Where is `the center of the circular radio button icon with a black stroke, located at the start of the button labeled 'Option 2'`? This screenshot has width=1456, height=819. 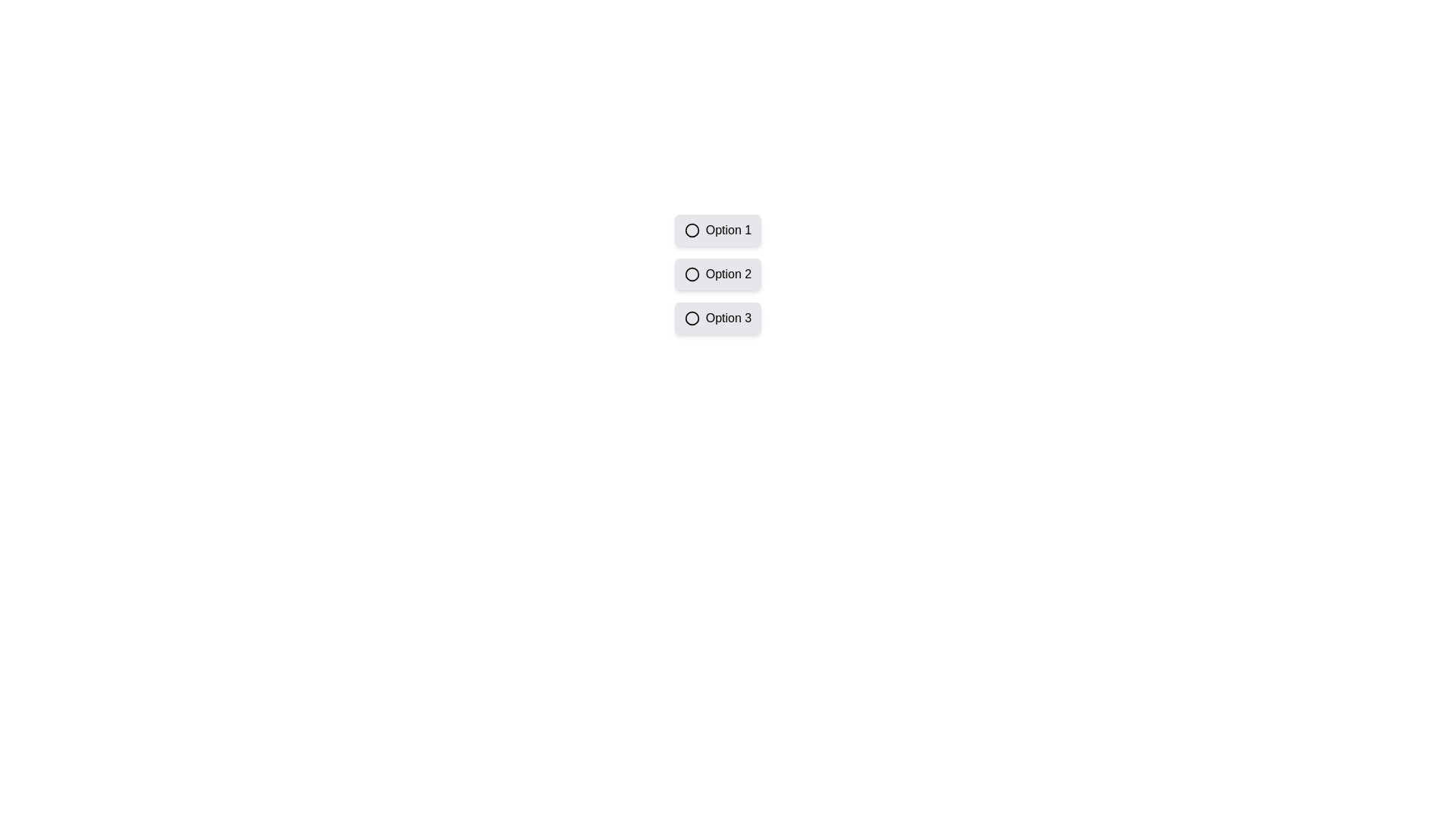 the center of the circular radio button icon with a black stroke, located at the start of the button labeled 'Option 2' is located at coordinates (691, 275).